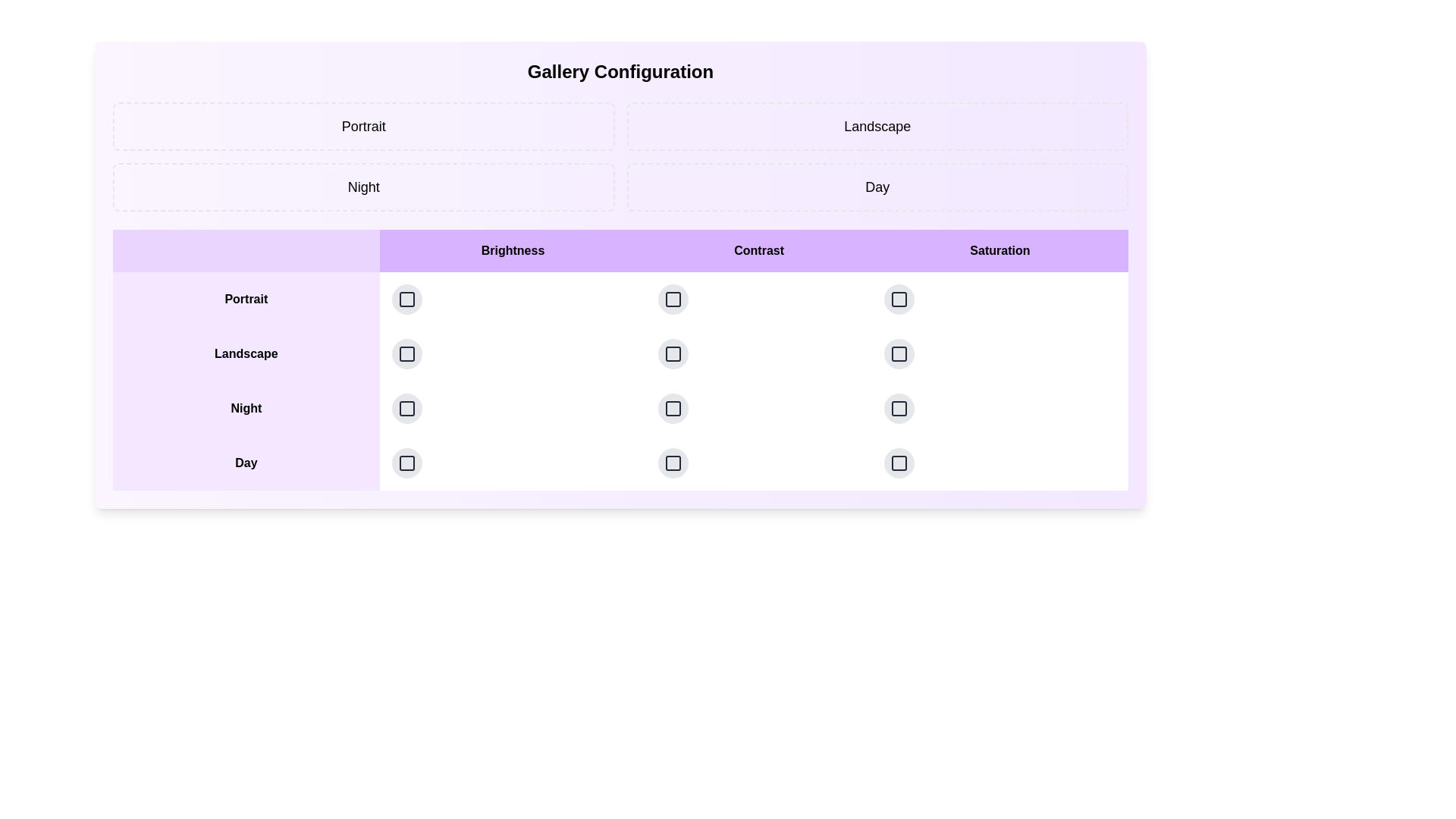  Describe the element at coordinates (899, 408) in the screenshot. I see `the toggle button for 'Night' settings` at that location.